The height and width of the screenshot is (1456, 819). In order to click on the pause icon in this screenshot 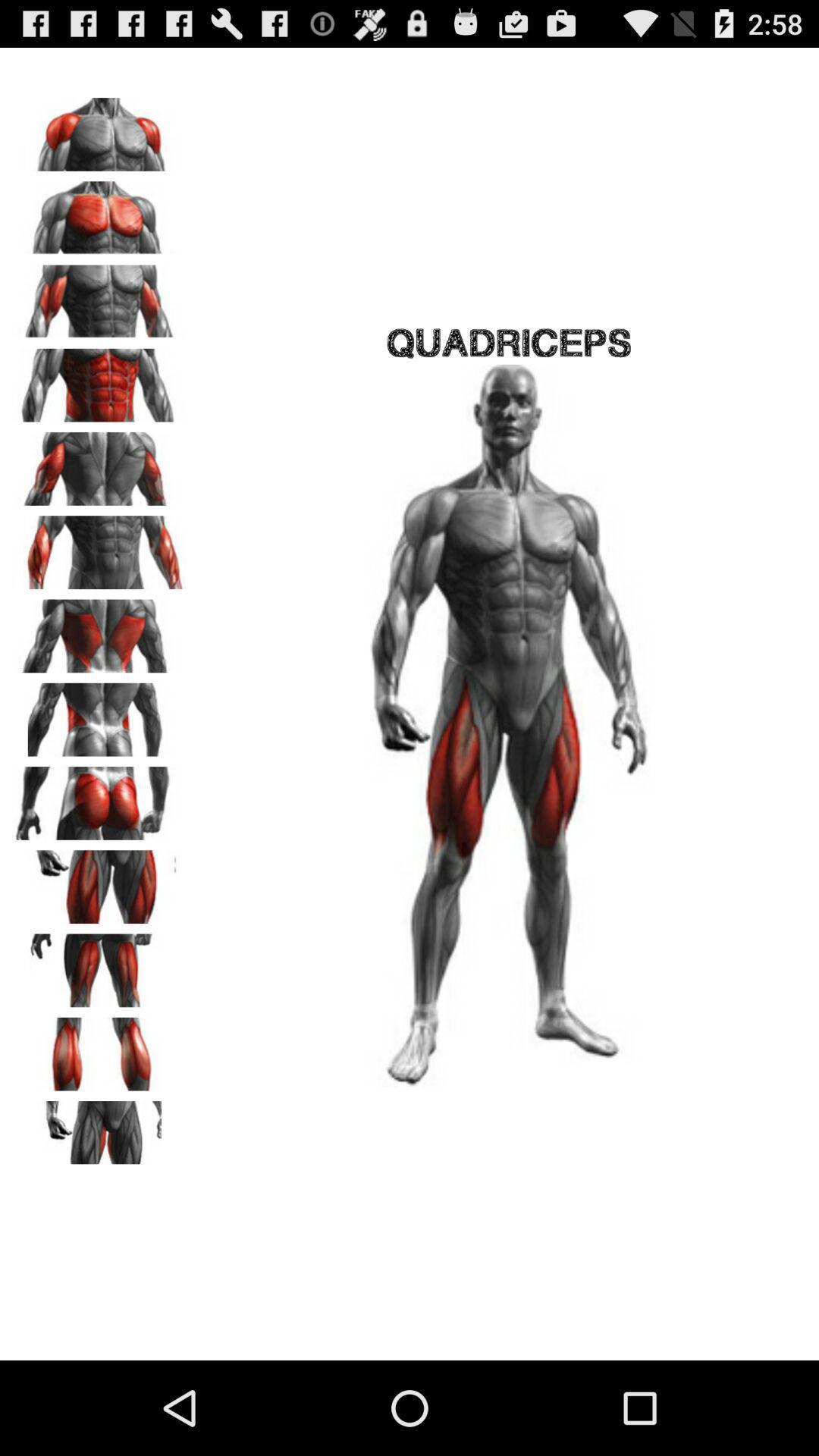, I will do `click(99, 854)`.